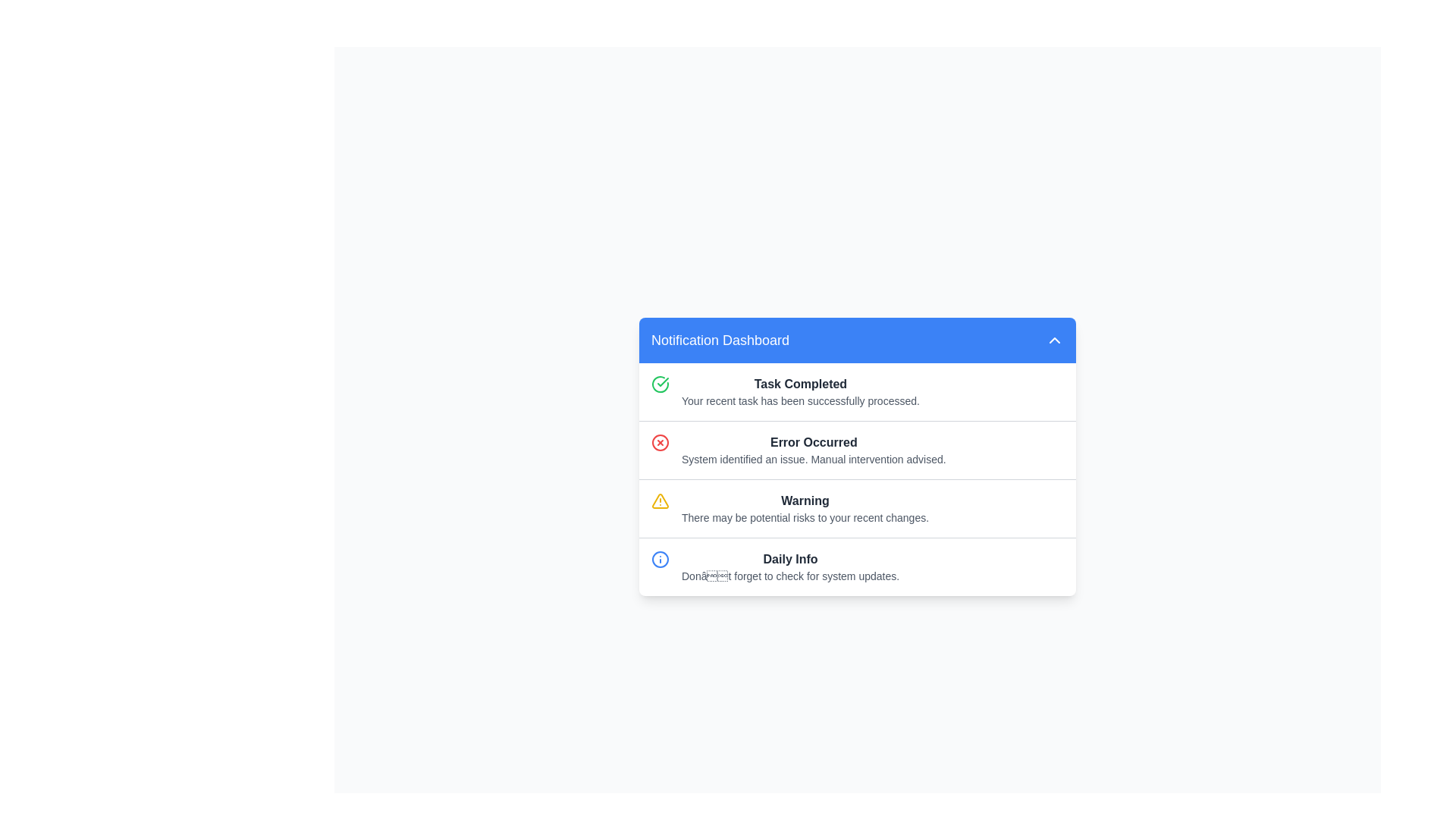 This screenshot has height=819, width=1456. What do you see at coordinates (813, 442) in the screenshot?
I see `the bold text label reading 'Error Occurred', which is styled in a semi-bold font and is part of a notification card, positioned above the smaller text and below the 'Task Completed' section` at bounding box center [813, 442].